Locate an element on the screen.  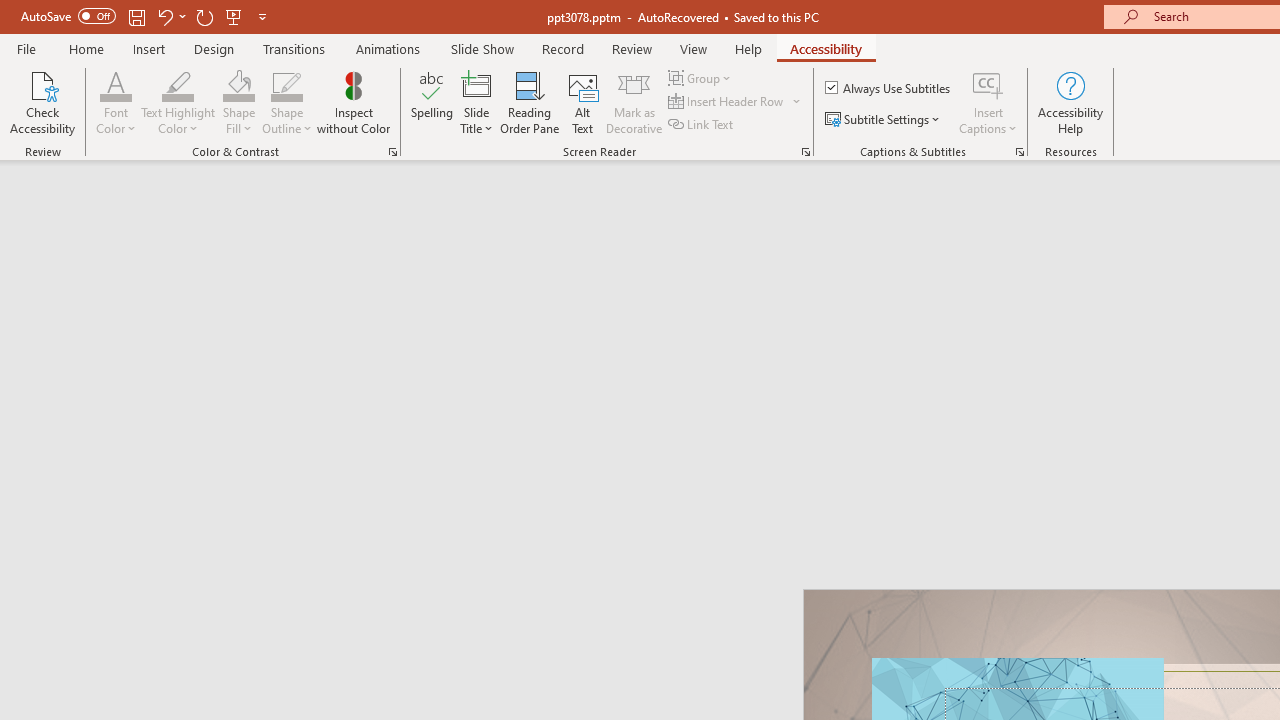
'Insert Captions' is located at coordinates (988, 103).